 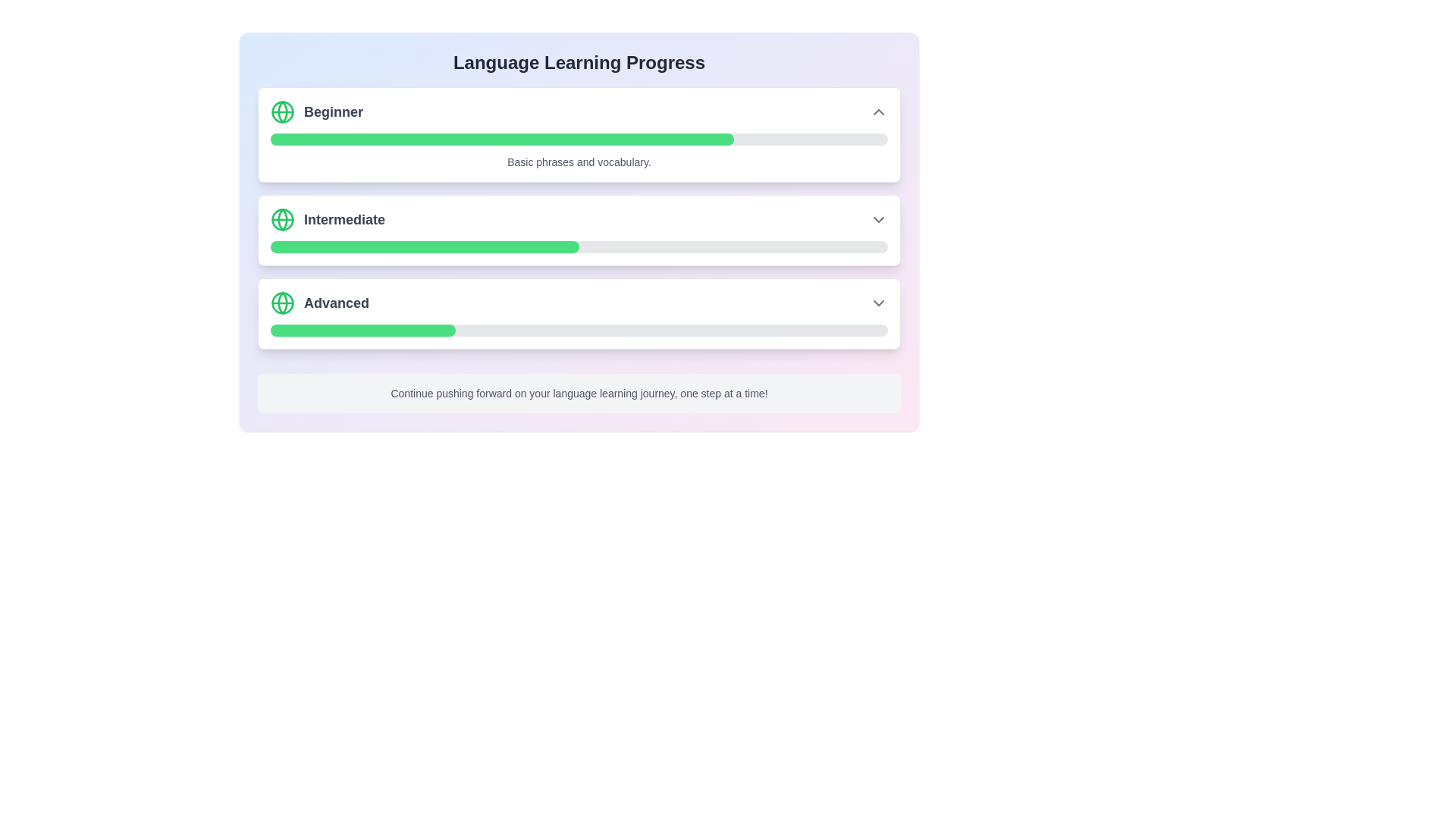 What do you see at coordinates (283, 111) in the screenshot?
I see `the green-colored globe icon located to the left of the text 'Beginner' in the topmost section of a list of three items` at bounding box center [283, 111].